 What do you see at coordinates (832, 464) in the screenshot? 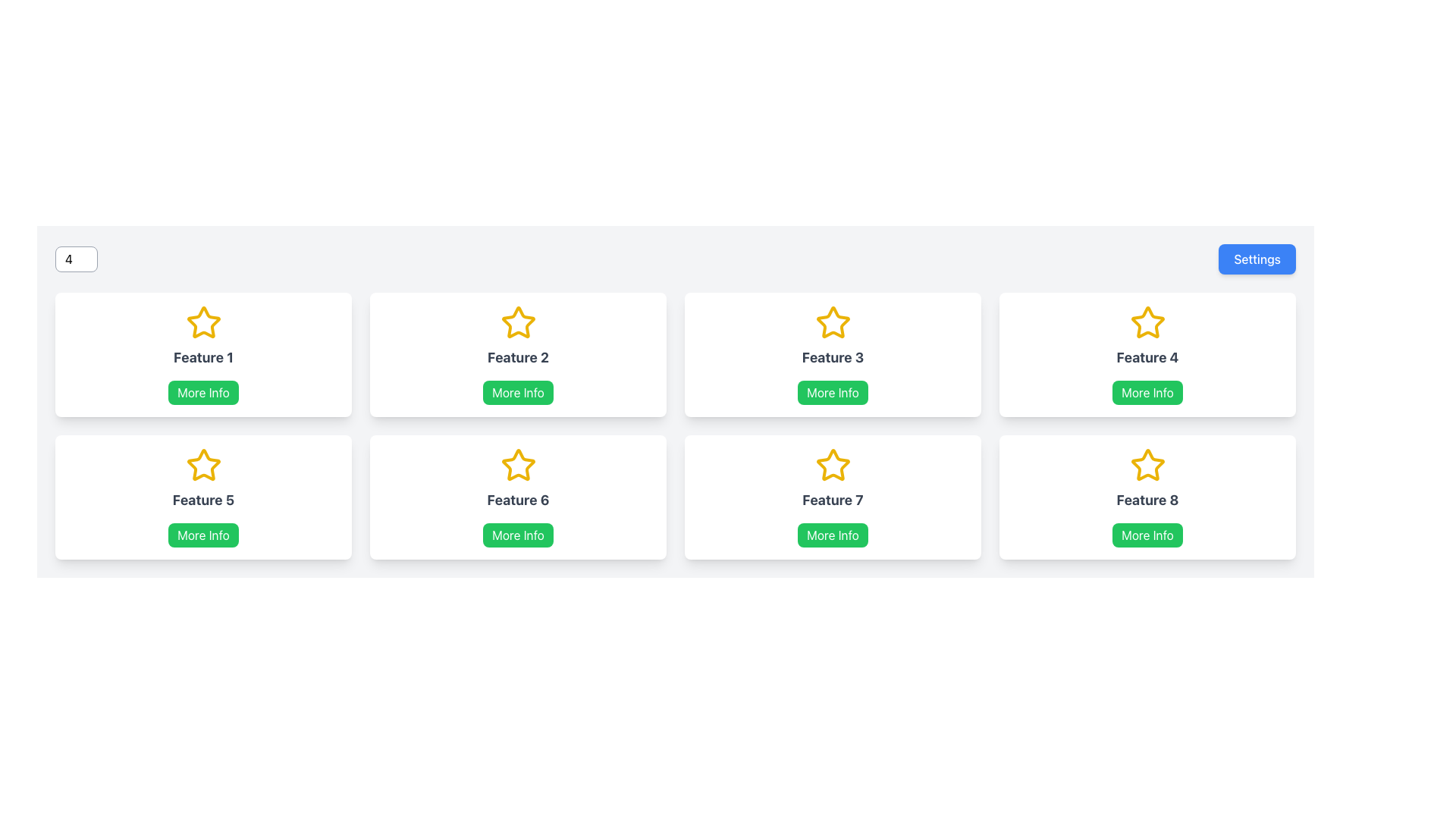
I see `the decorative icon located at the top center of the card labeled 'Feature 7' in the grid layout` at bounding box center [832, 464].